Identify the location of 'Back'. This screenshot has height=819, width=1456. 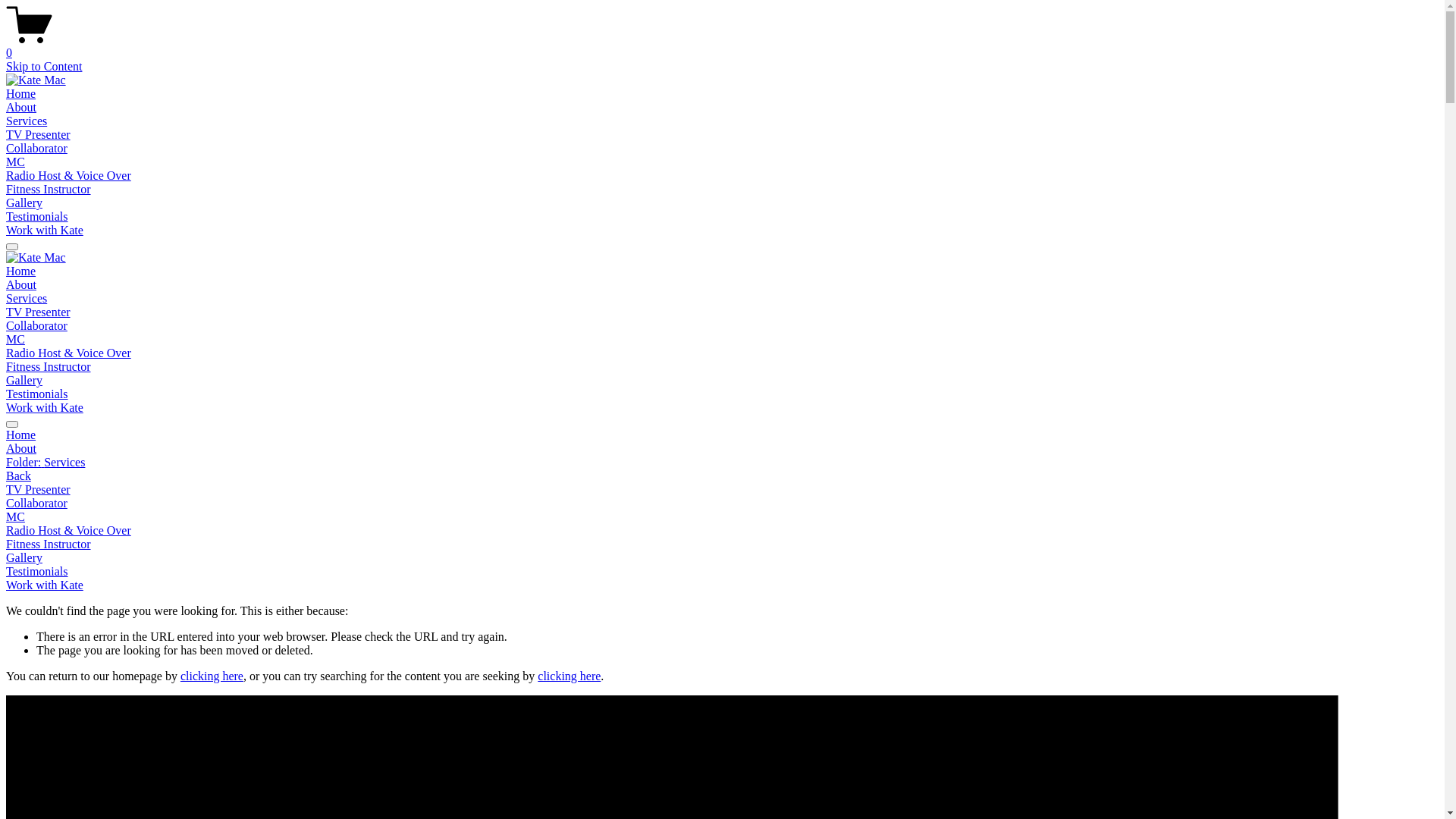
(6, 475).